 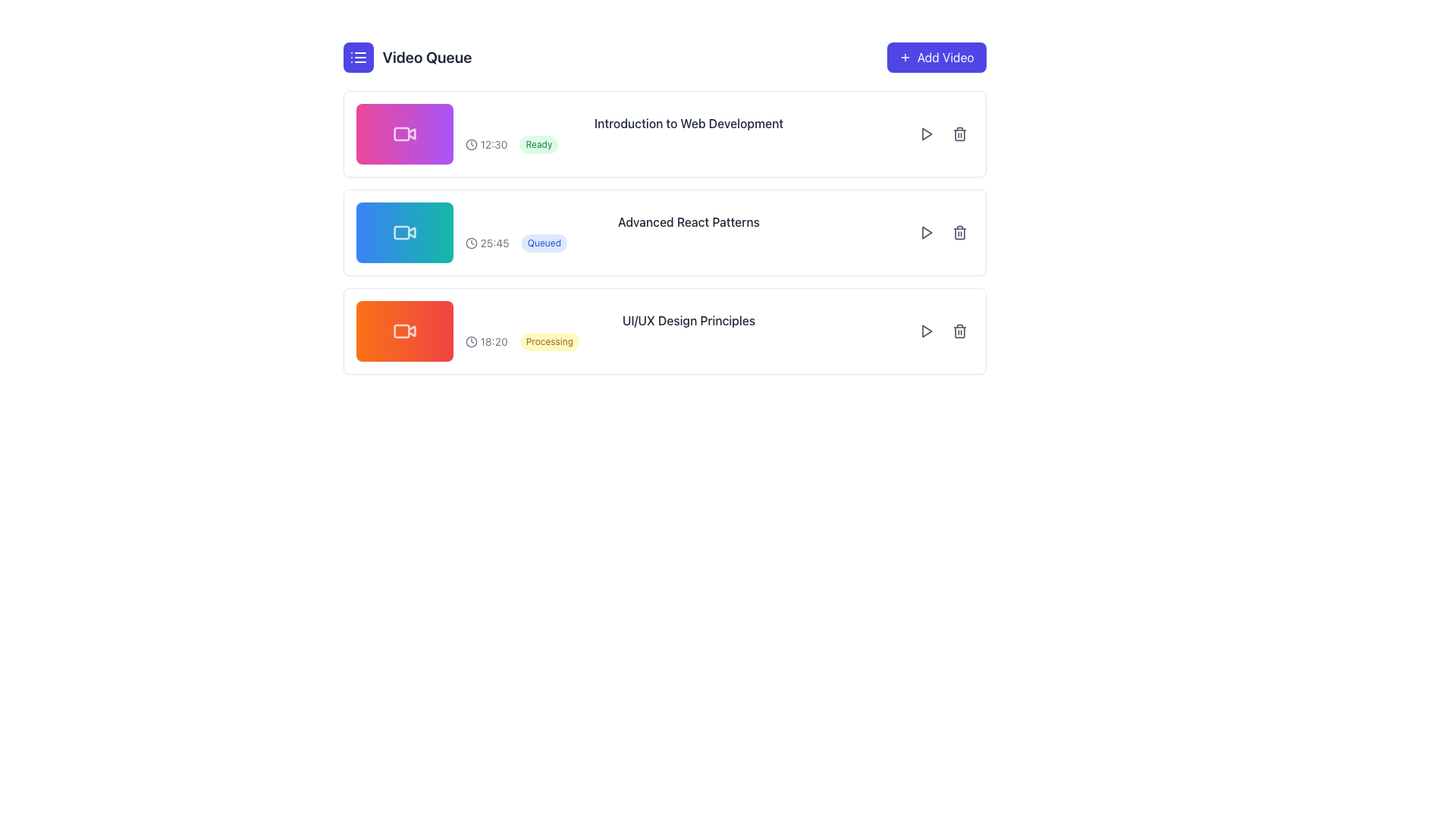 I want to click on the inner rectangle of the 'video' icon for the first item titled 'Introduction to Web Development' in the content row of the list layout, so click(x=401, y=133).